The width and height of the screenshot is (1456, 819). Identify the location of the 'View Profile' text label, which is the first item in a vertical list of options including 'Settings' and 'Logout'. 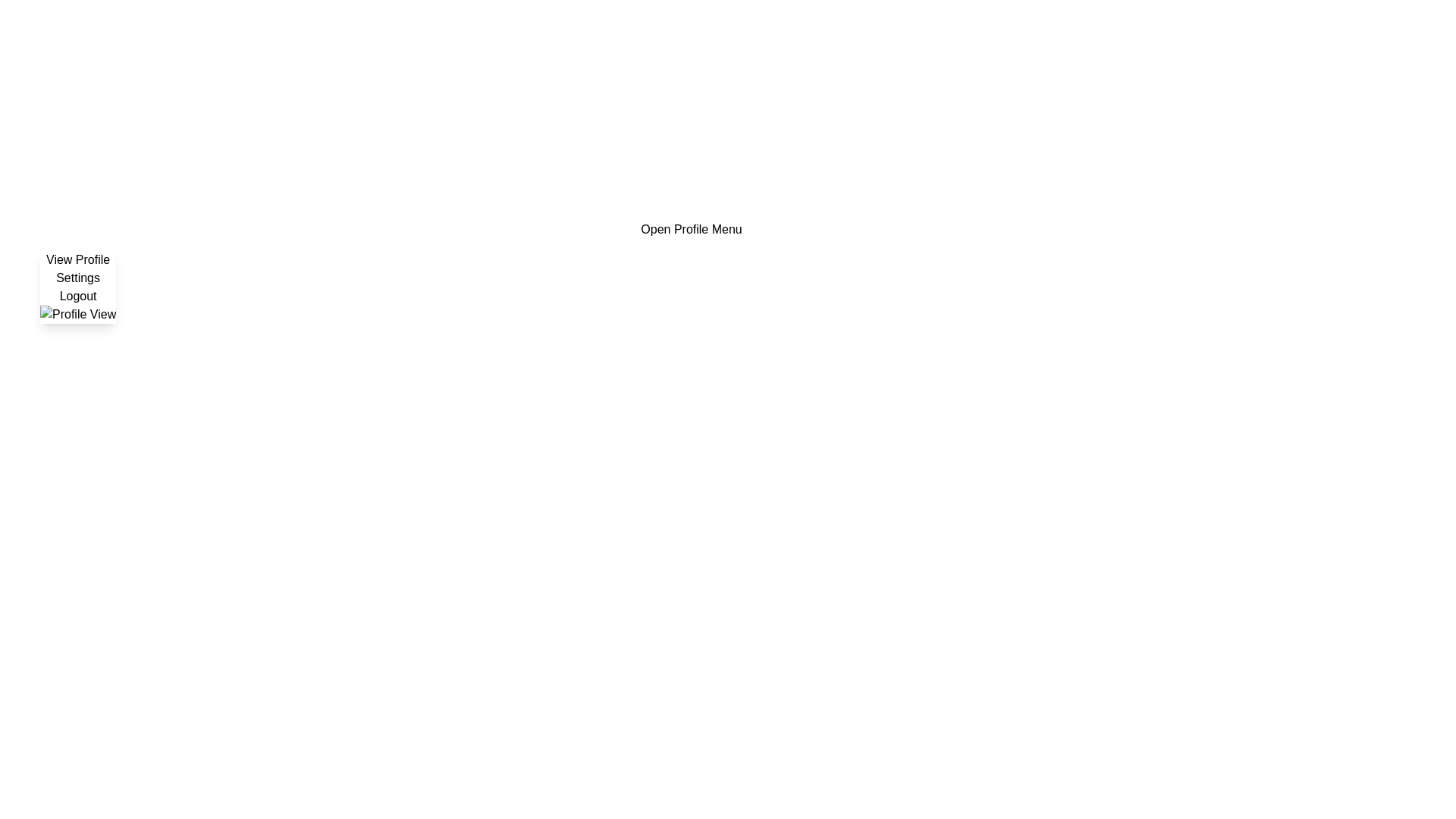
(77, 259).